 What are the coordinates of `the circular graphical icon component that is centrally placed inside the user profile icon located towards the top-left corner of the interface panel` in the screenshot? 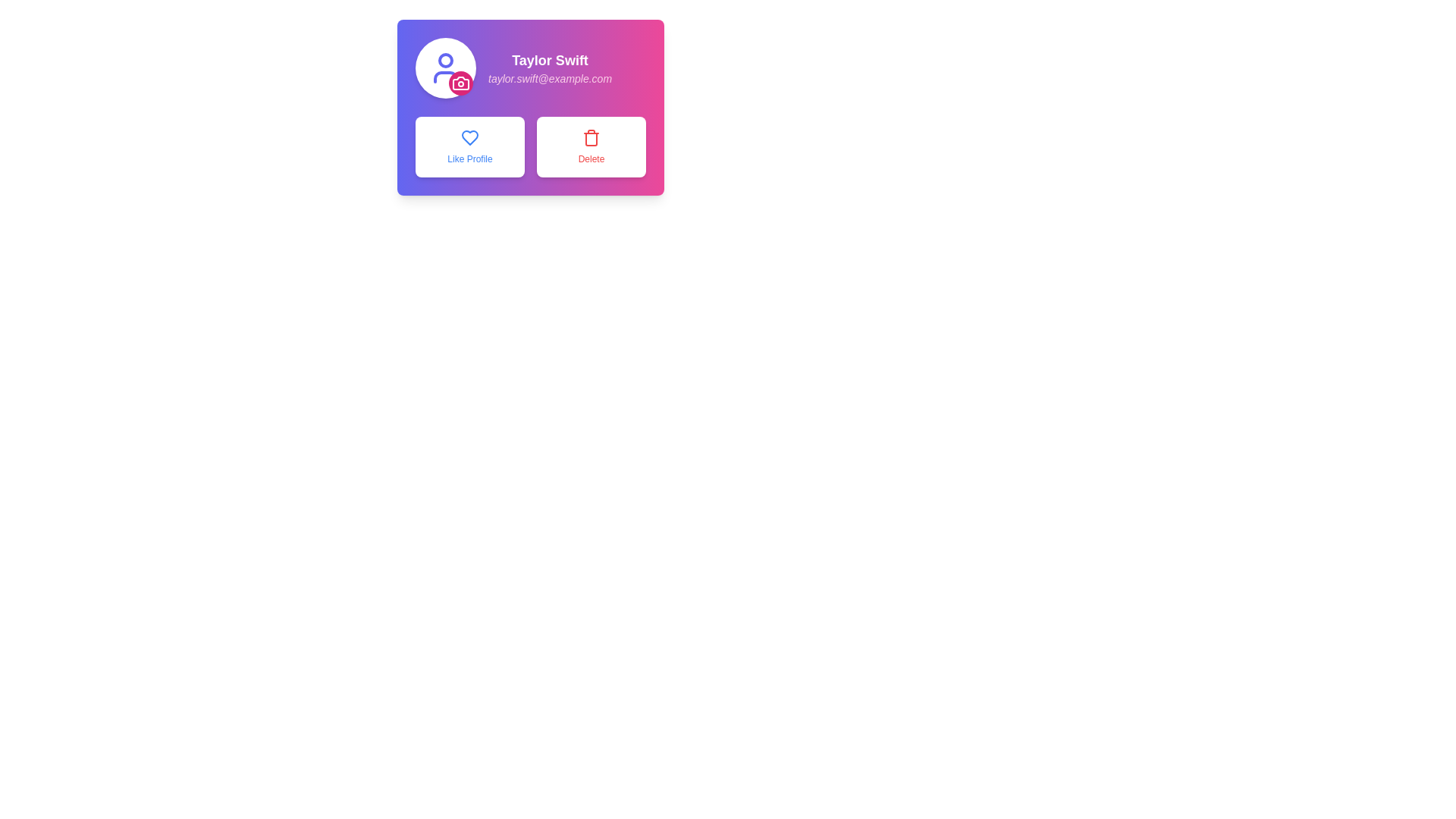 It's located at (445, 60).